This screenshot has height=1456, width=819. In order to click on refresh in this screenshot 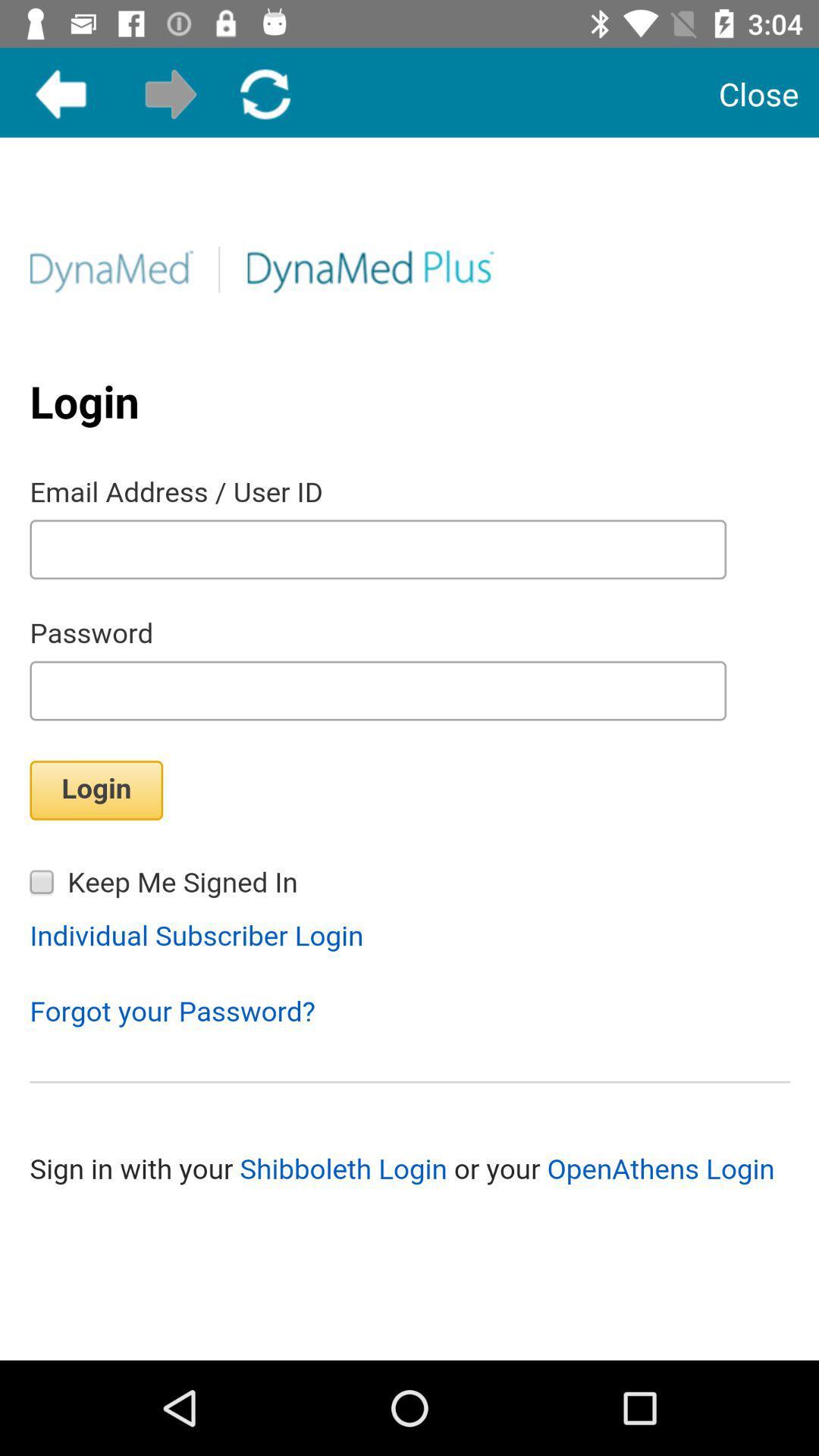, I will do `click(265, 93)`.